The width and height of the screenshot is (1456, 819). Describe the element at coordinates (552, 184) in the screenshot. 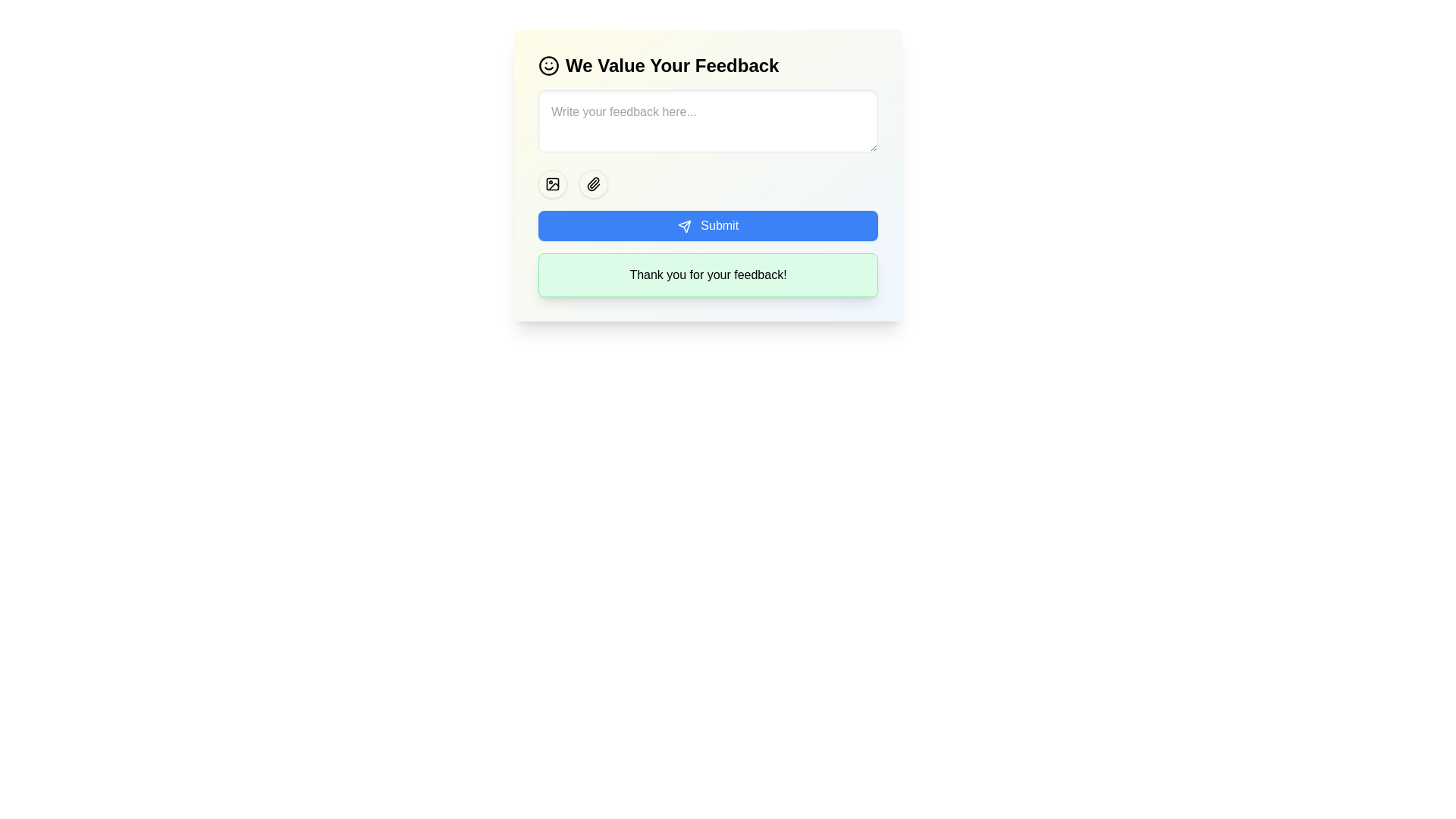

I see `the second SVG Rectangle element that is part of an icon structure, located to the left of the text input field in the feedback form interface` at that location.